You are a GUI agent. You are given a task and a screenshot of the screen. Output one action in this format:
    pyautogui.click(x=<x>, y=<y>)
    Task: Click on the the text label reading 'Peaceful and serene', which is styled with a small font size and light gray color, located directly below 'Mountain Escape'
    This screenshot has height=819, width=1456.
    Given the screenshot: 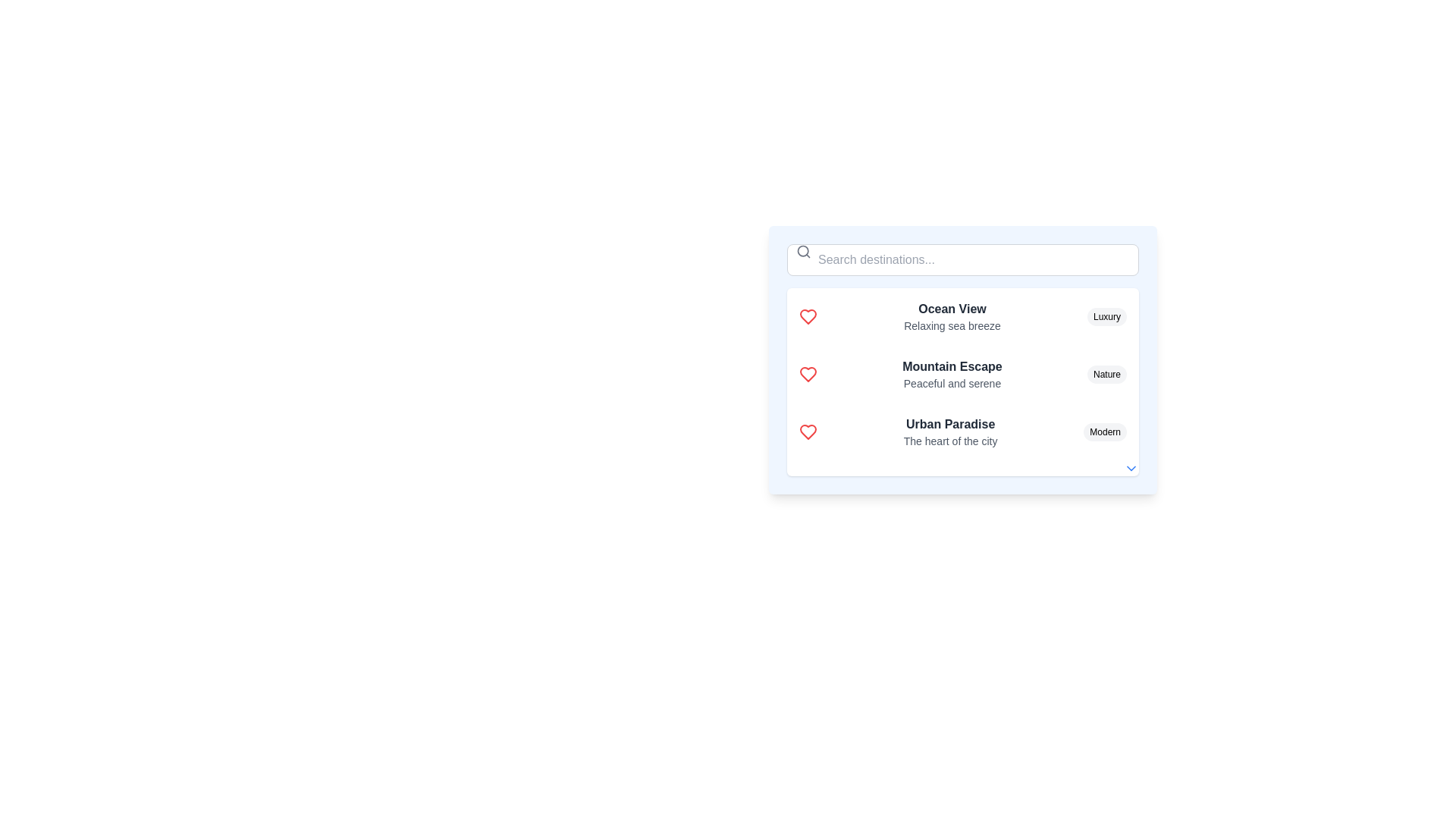 What is the action you would take?
    pyautogui.click(x=952, y=382)
    